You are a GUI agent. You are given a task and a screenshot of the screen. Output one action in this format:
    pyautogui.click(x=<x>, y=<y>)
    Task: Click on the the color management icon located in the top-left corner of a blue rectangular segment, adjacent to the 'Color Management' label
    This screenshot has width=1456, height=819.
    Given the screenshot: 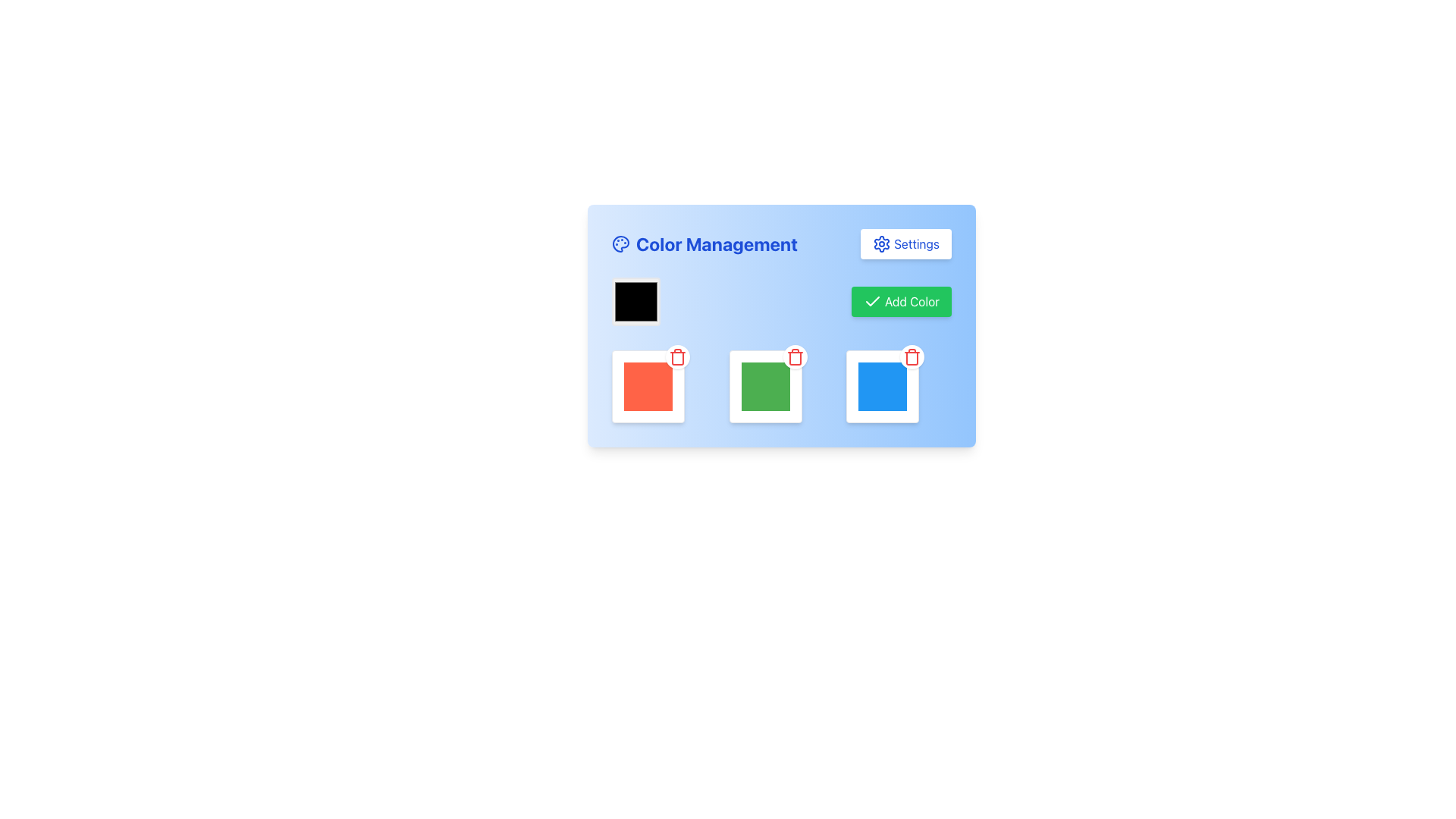 What is the action you would take?
    pyautogui.click(x=621, y=243)
    